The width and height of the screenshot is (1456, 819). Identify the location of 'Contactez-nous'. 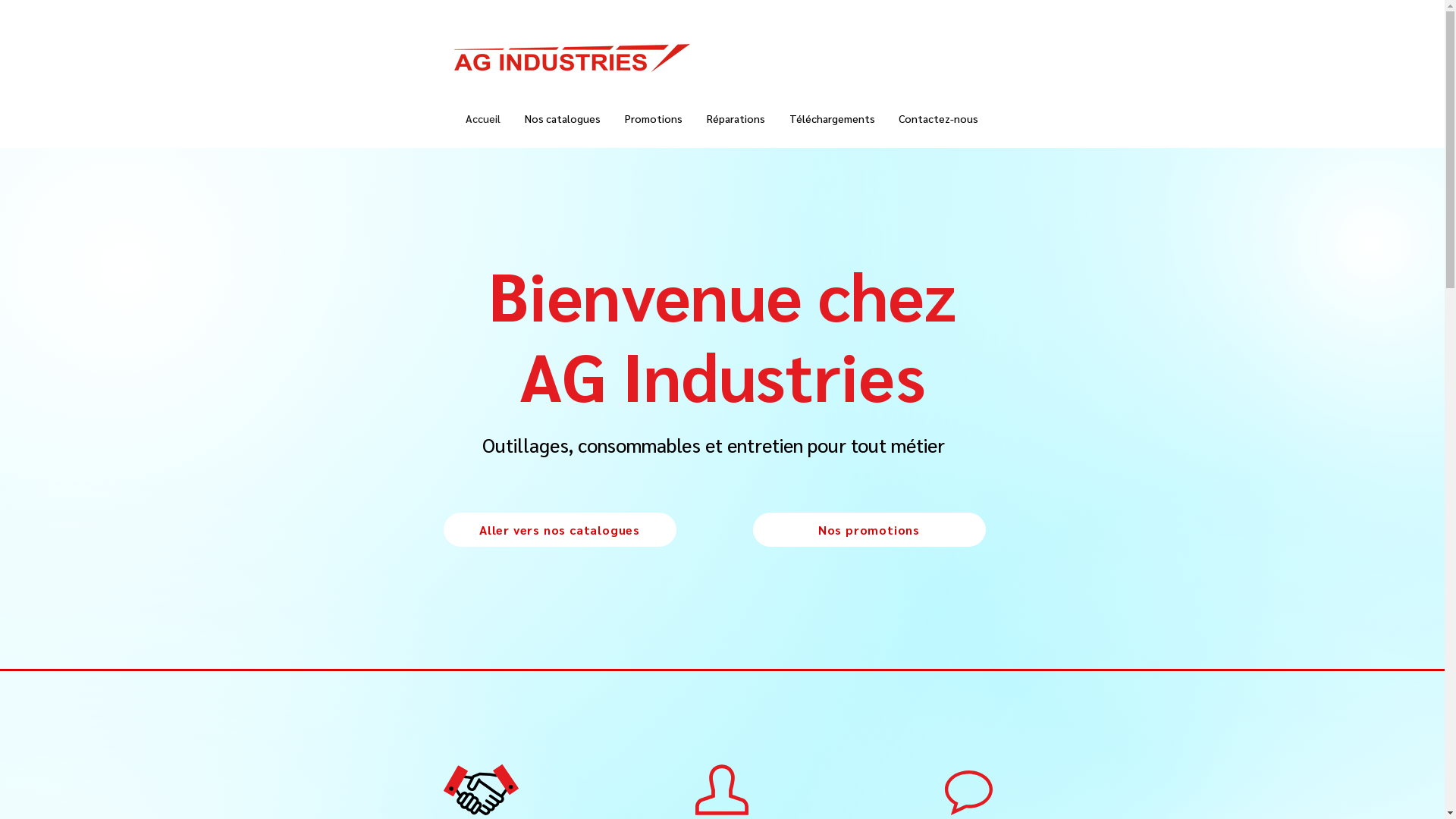
(938, 117).